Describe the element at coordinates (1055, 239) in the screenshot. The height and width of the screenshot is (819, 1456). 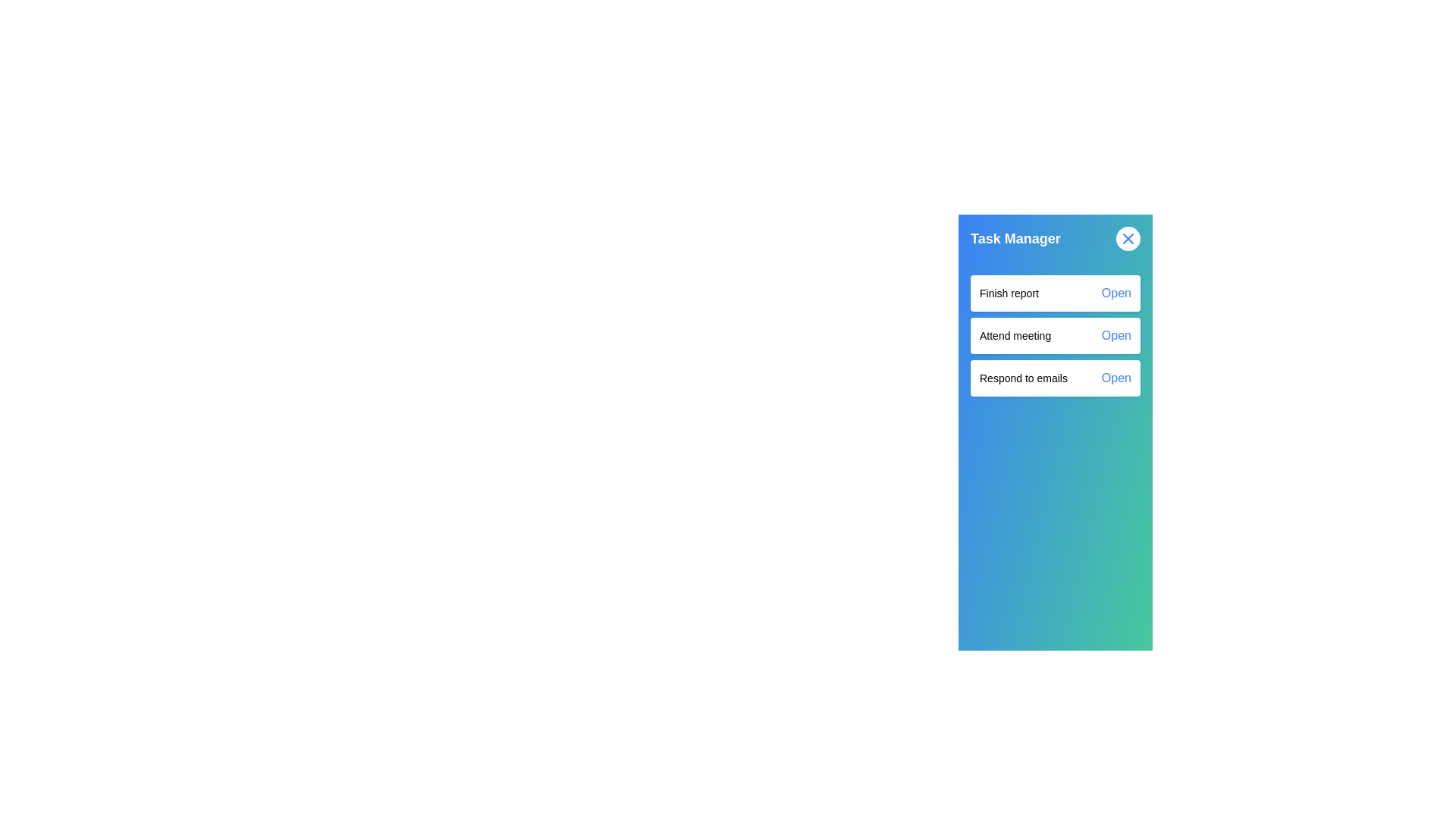
I see `title of the Header Component which displays 'Task Manager' in bold white font over a blue gradient background` at that location.